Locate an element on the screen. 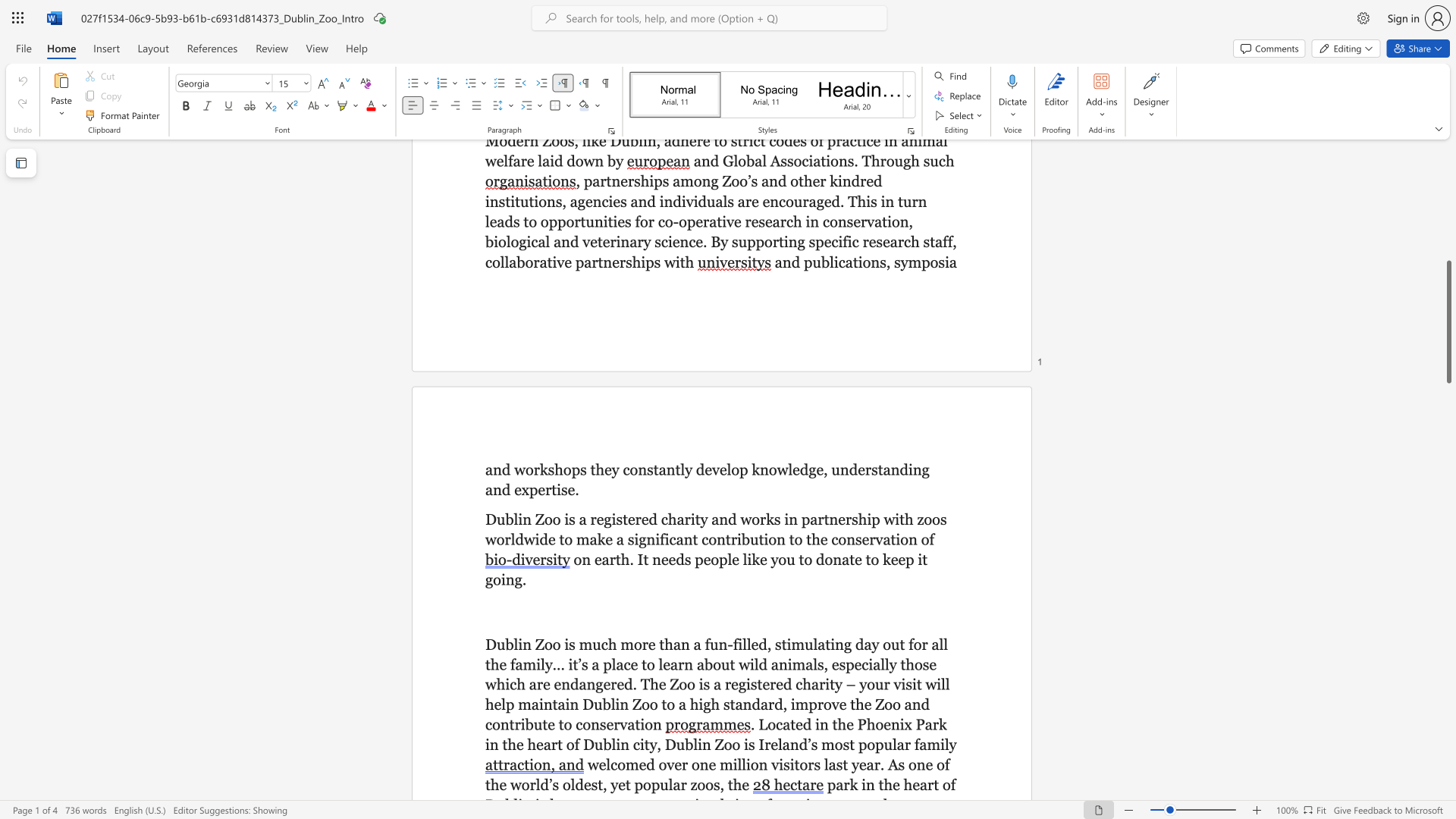  the subset text "ered charity – your visi" within the text "a place to learn about wild animals, especially those which are endangered. The Zoo is a registered charity – your visit will help" is located at coordinates (762, 684).